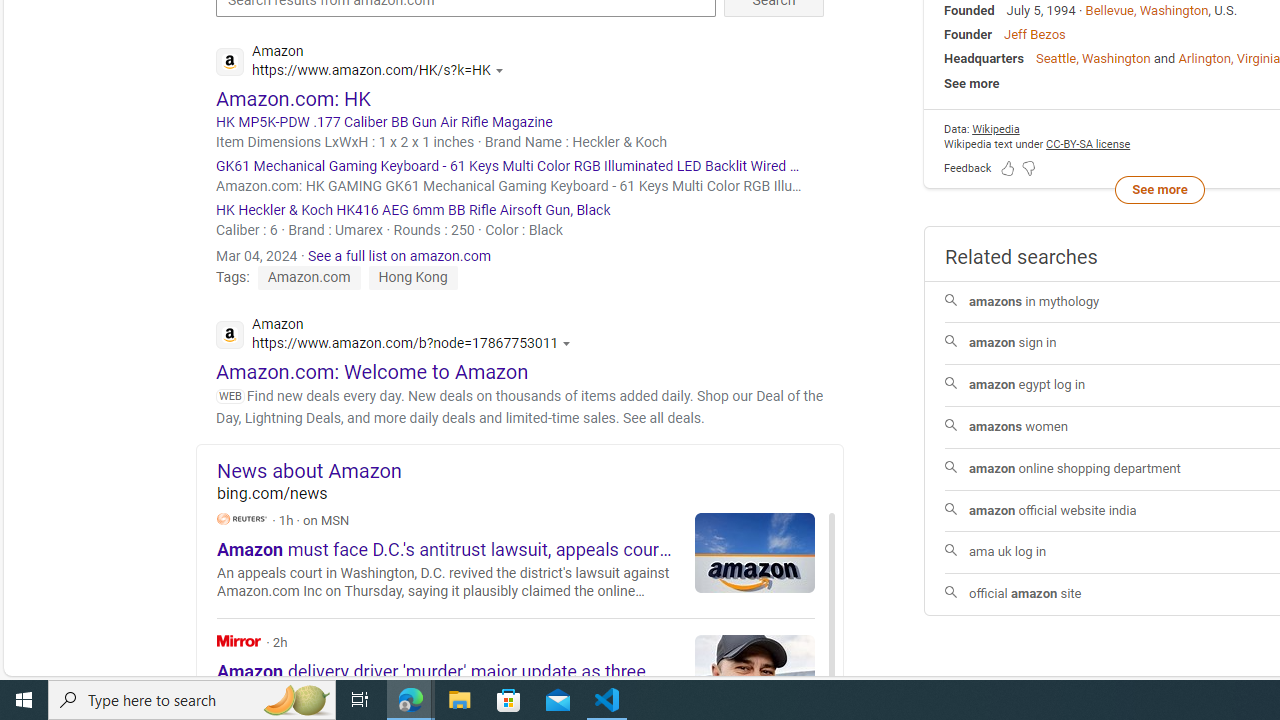 The width and height of the screenshot is (1280, 720). I want to click on 'Data attribution Wikipedia', so click(995, 129).